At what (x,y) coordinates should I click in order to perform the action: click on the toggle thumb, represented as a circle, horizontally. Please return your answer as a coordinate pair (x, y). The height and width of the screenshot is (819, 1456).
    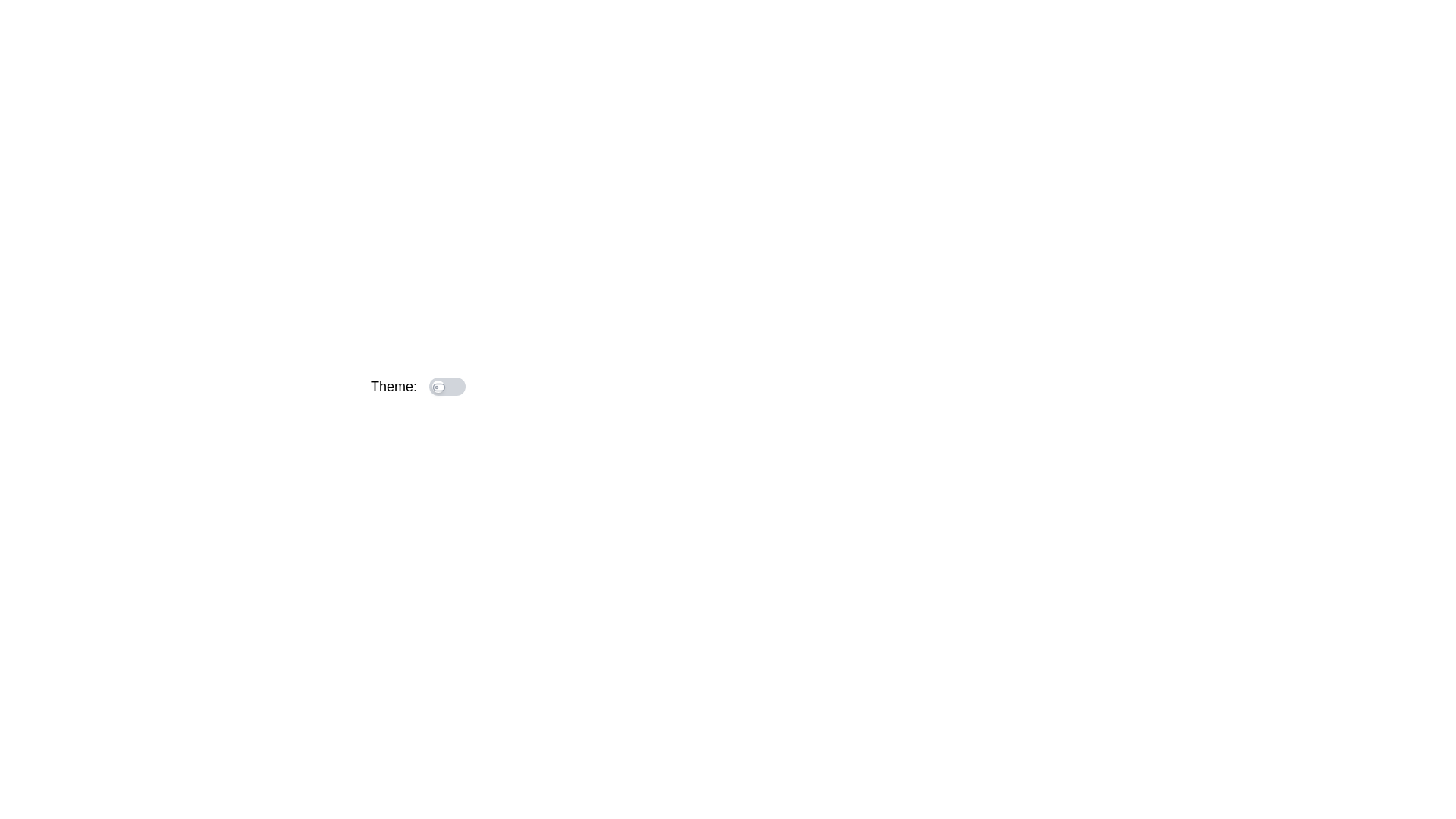
    Looking at the image, I should click on (438, 385).